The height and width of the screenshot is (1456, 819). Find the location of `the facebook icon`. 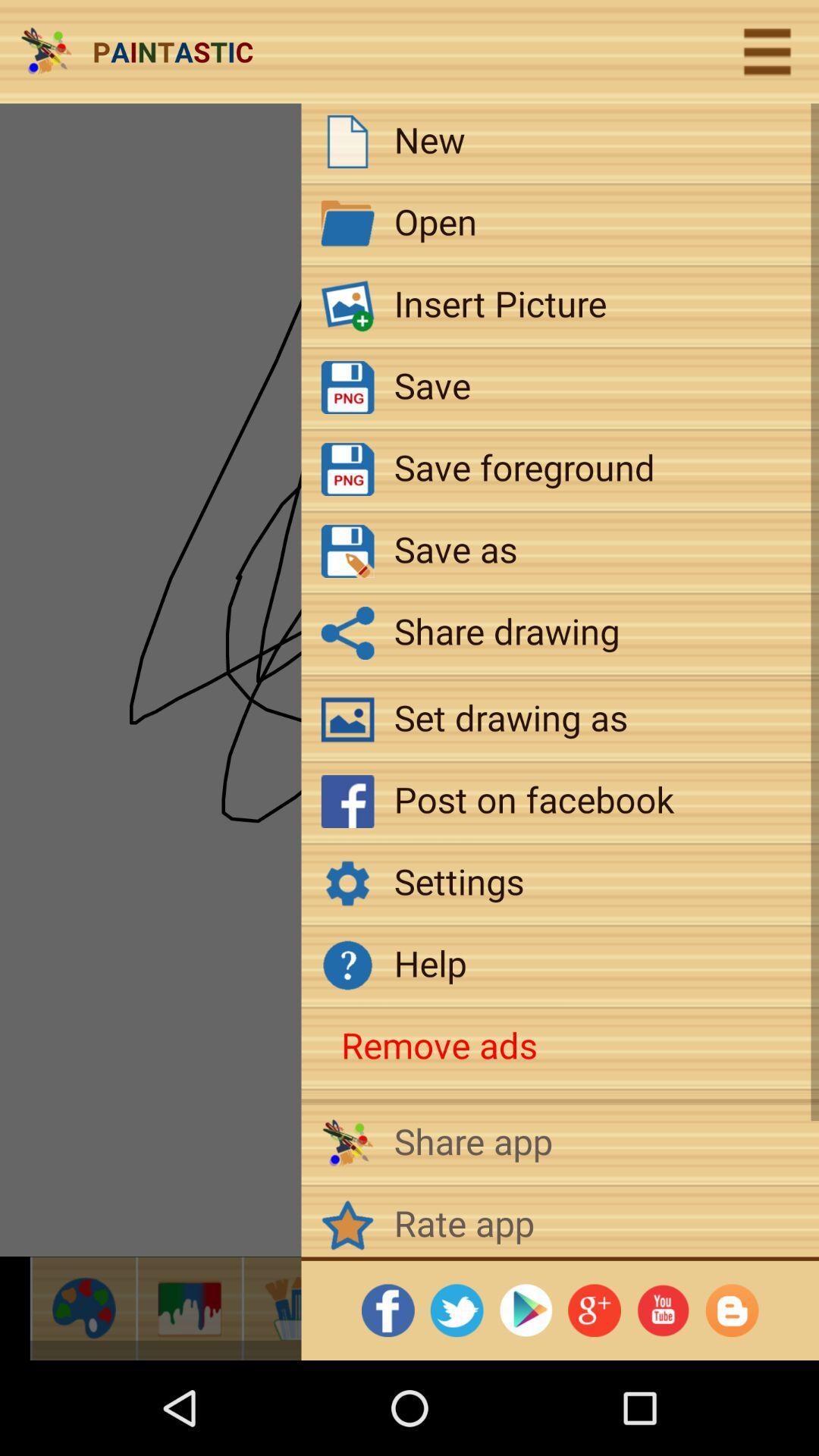

the facebook icon is located at coordinates (400, 1307).